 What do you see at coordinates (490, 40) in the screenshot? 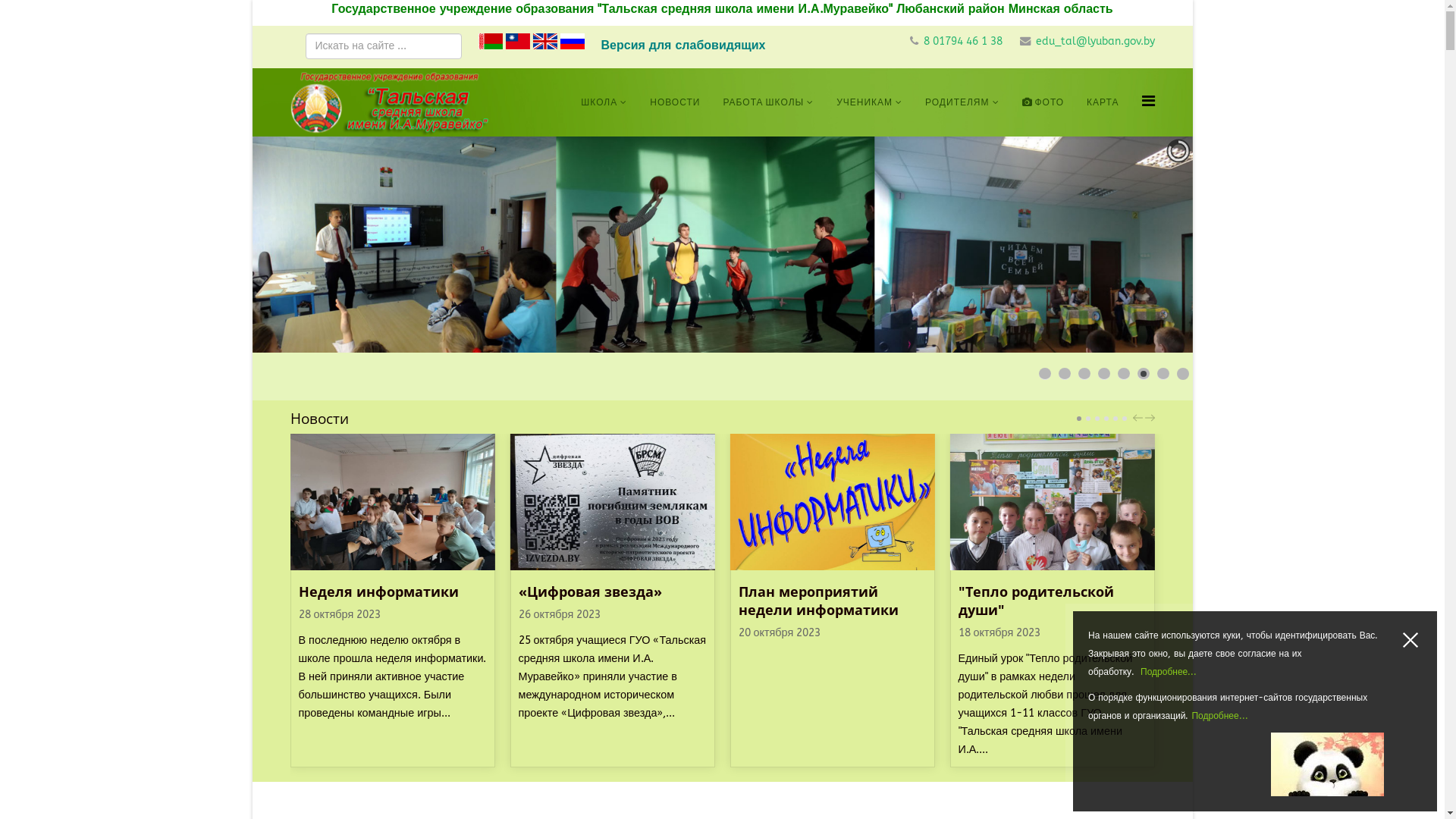
I see `'Belarusian'` at bounding box center [490, 40].